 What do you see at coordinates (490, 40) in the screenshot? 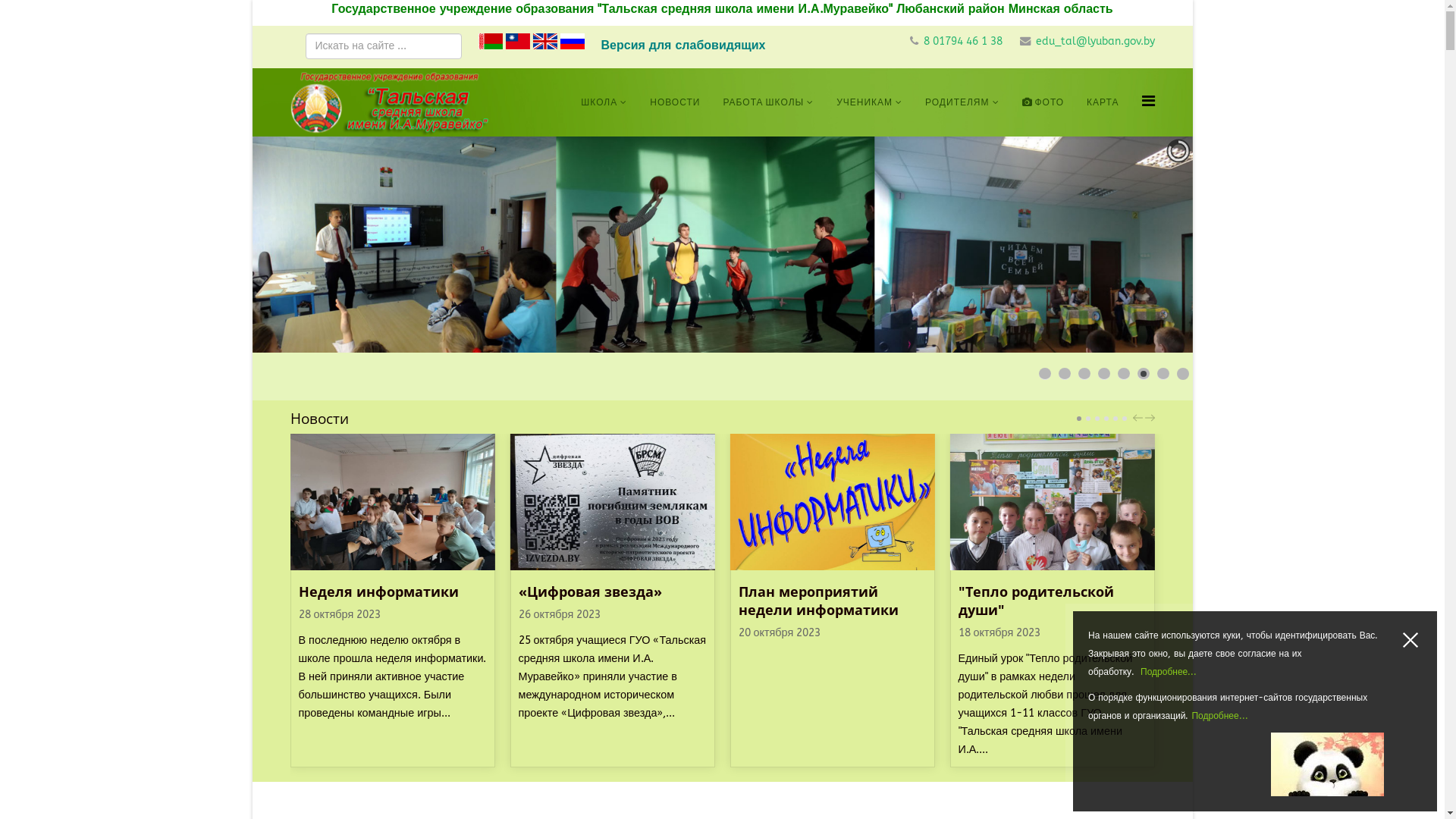
I see `'Belarusian'` at bounding box center [490, 40].